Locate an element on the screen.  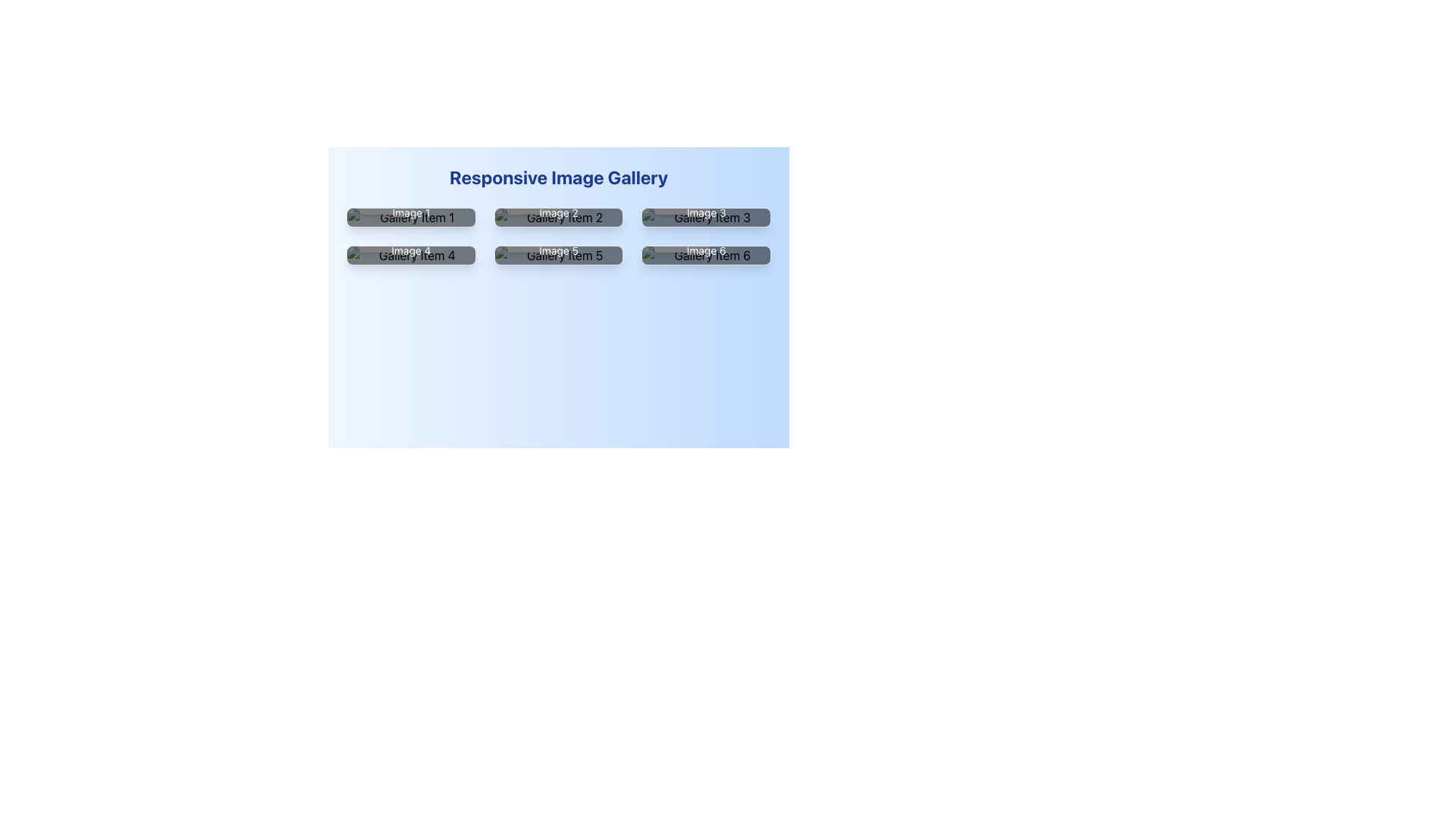
the image in the sixth item of the gallery, which is located in the second row and third column, below the caption 'Image 6' and above the description 'Description for Image 6' is located at coordinates (705, 254).